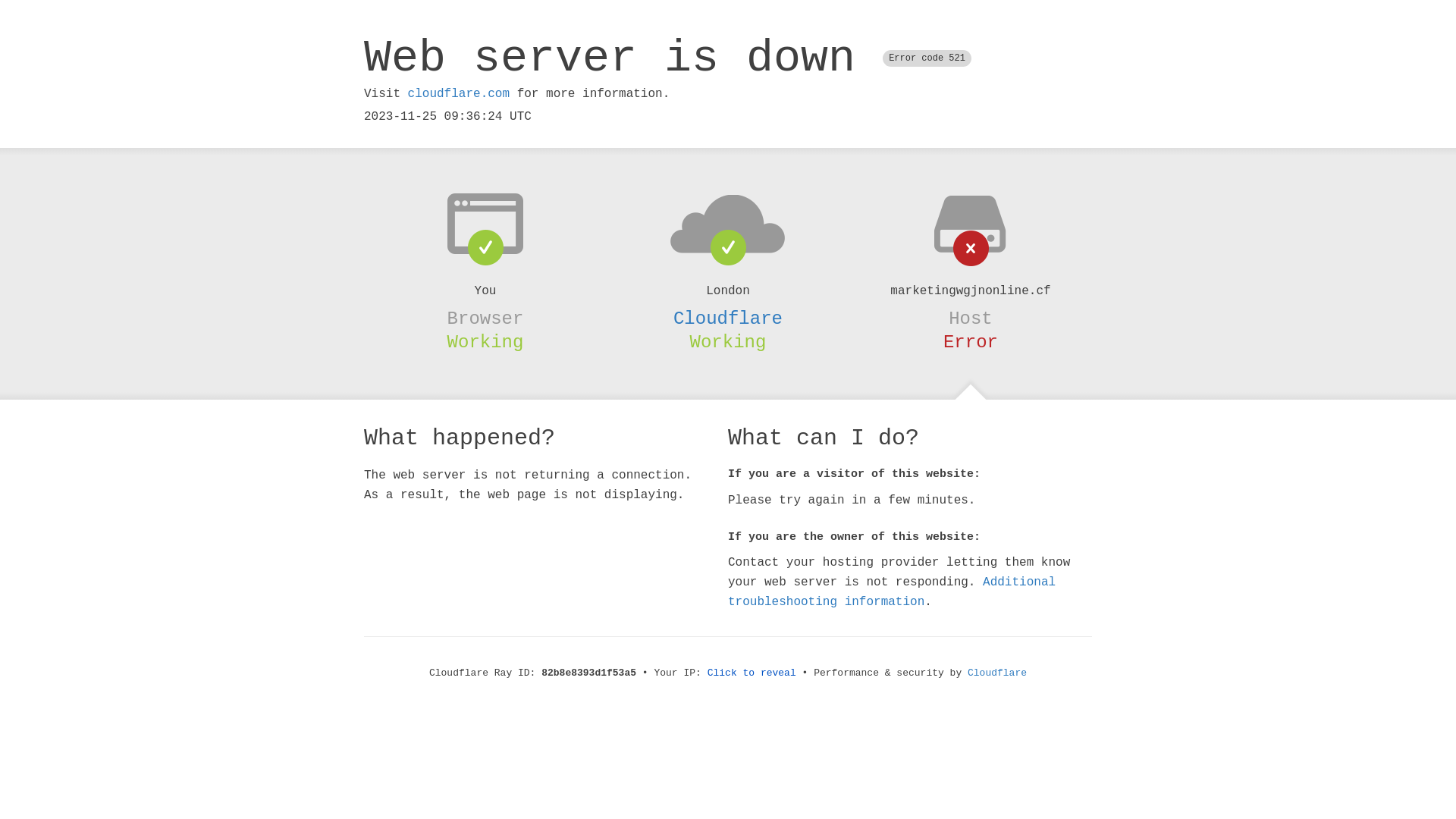  I want to click on 'Cloudflare', so click(728, 318).